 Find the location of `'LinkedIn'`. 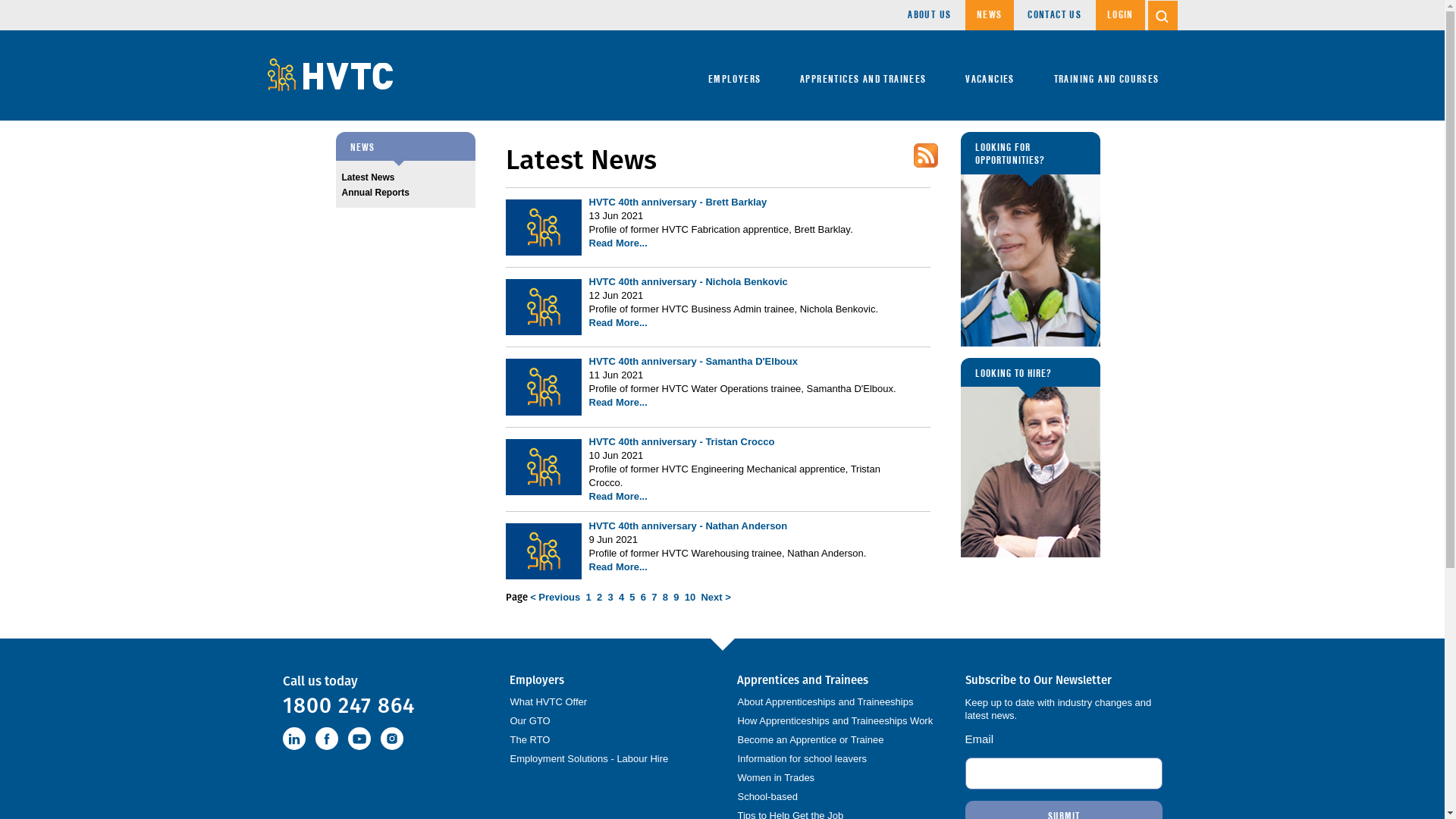

'LinkedIn' is located at coordinates (282, 738).